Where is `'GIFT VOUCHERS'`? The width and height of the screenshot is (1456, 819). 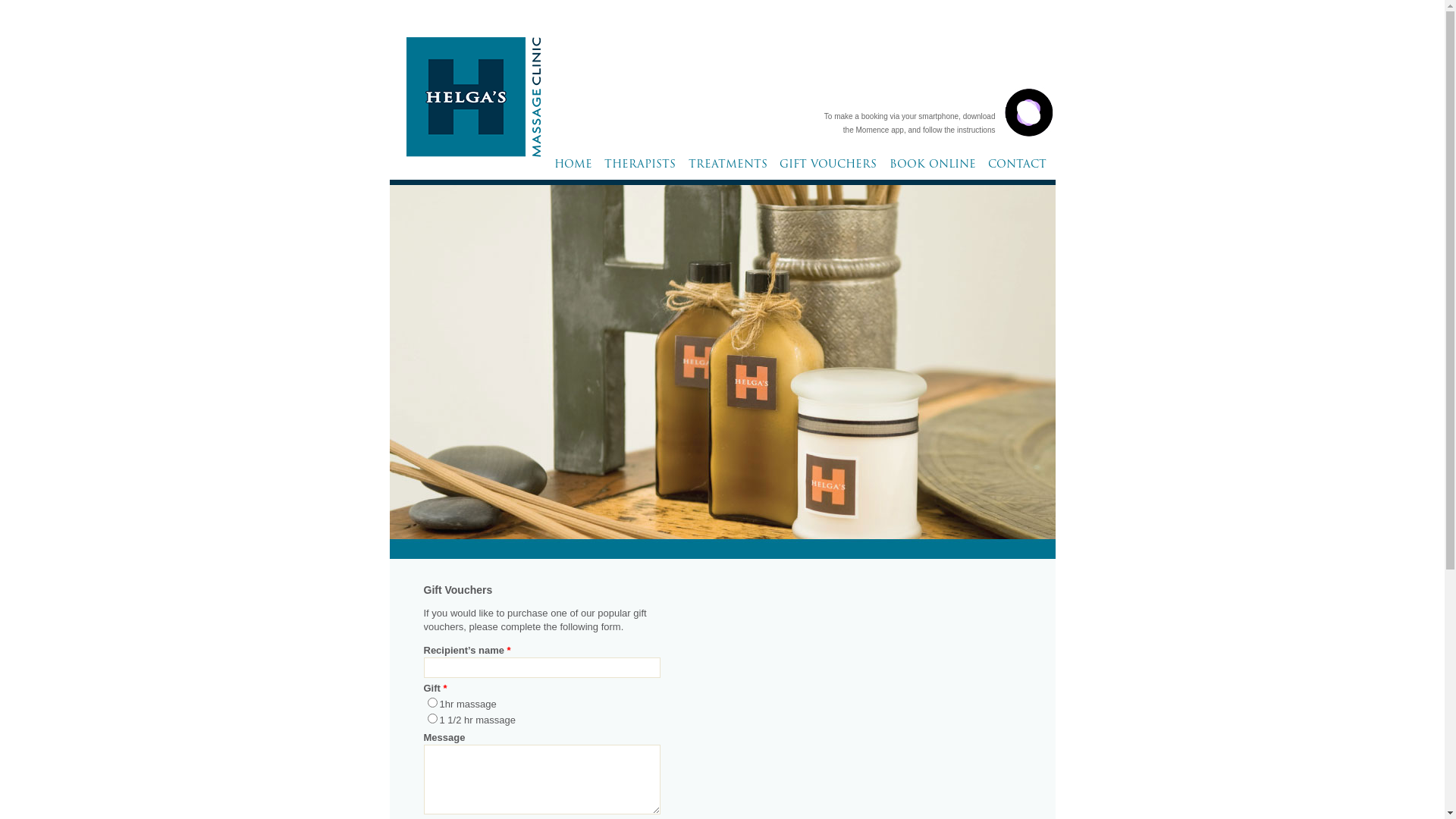 'GIFT VOUCHERS' is located at coordinates (827, 168).